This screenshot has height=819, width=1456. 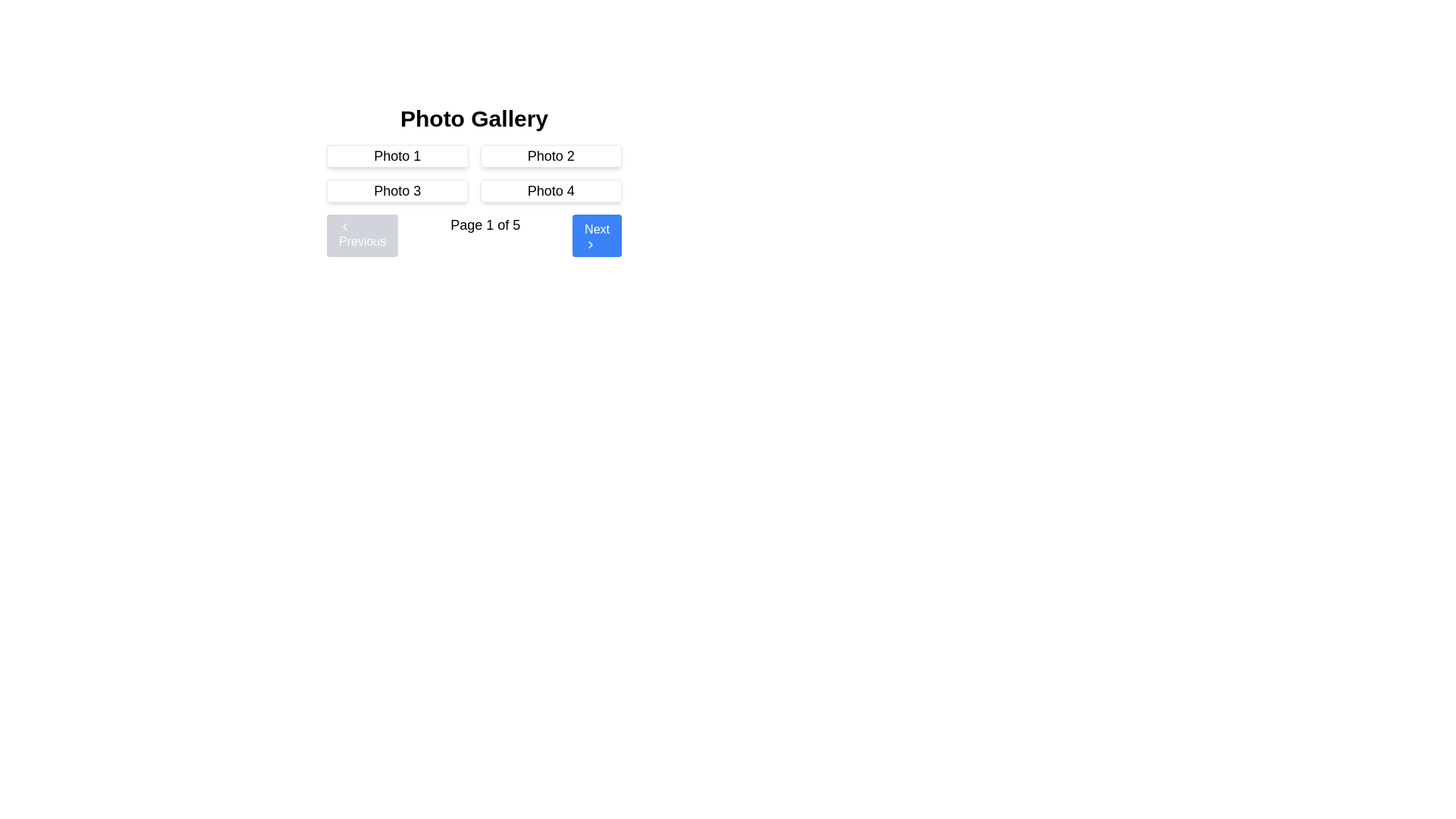 I want to click on the text label 'Photo 2', which is styled in bold black font and is centrally aligned within a rounded rectangle button-like structure, so click(x=550, y=155).